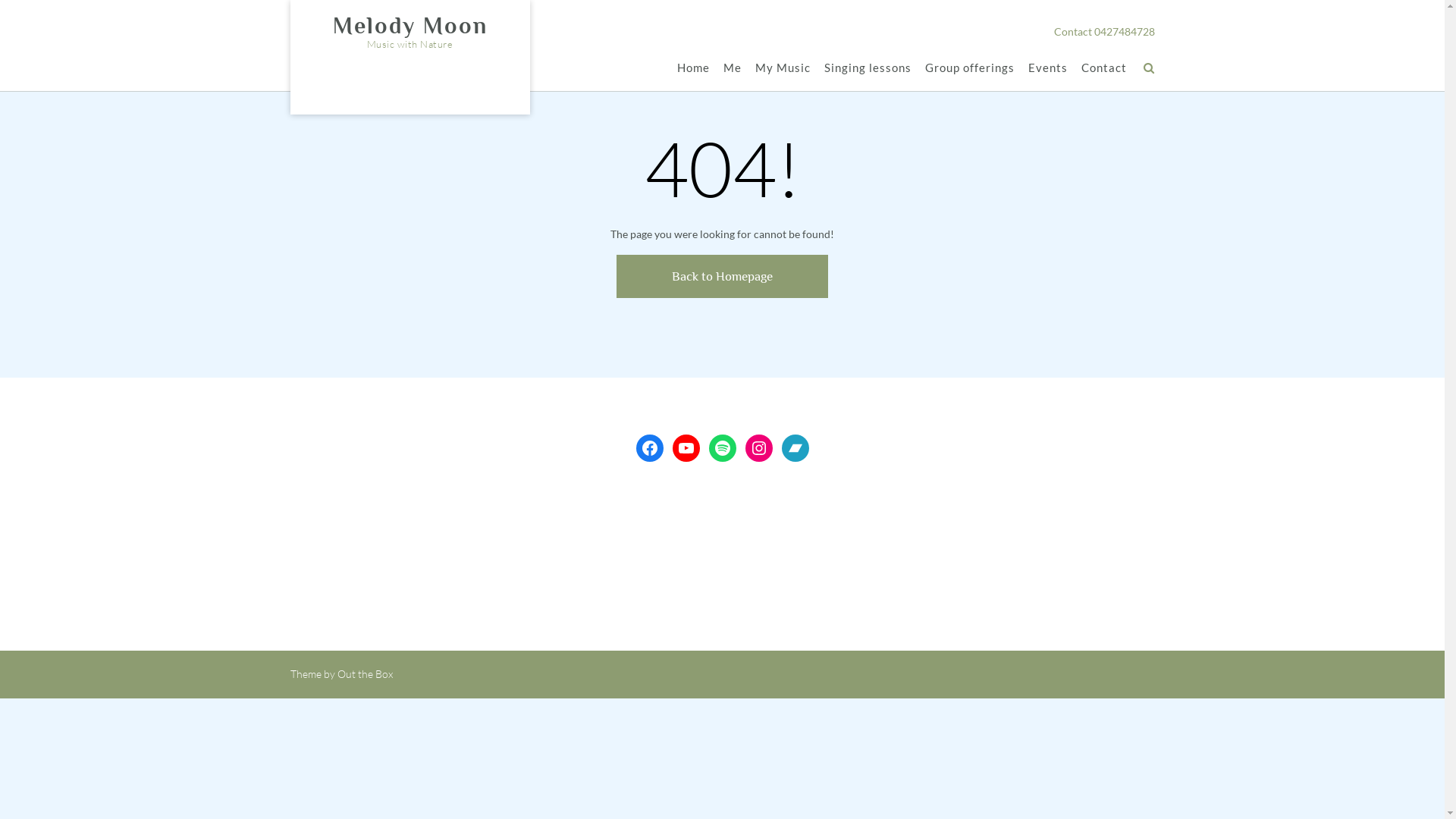 Image resolution: width=1456 pixels, height=819 pixels. Describe the element at coordinates (758, 447) in the screenshot. I see `'Instagram'` at that location.